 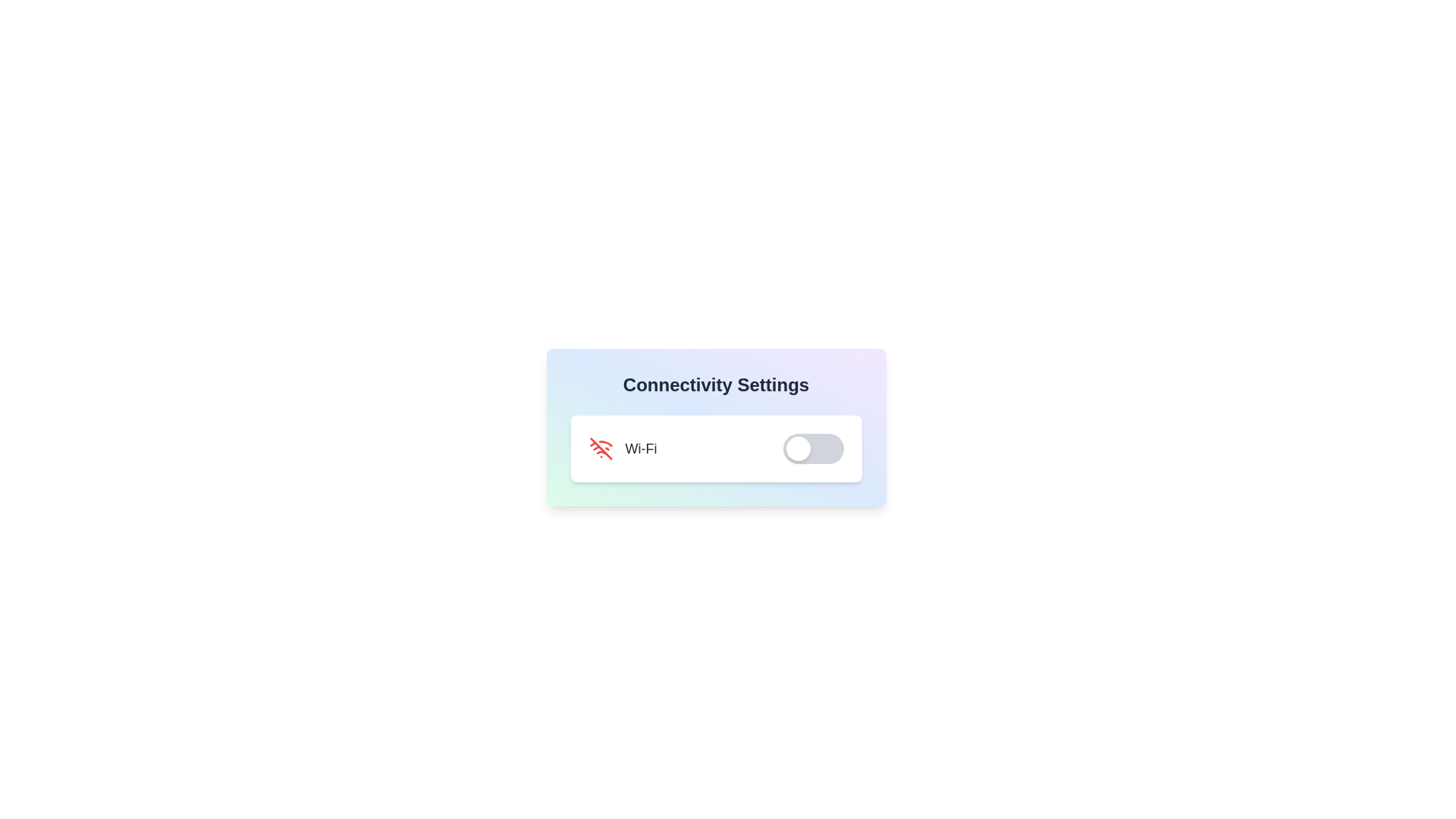 What do you see at coordinates (600, 447) in the screenshot?
I see `the red Wi-Fi icon with a line crossing through it, indicating disabled Wi-Fi connectivity, located near the 'Wi-Fi' text and toggle switch in the top-left area` at bounding box center [600, 447].